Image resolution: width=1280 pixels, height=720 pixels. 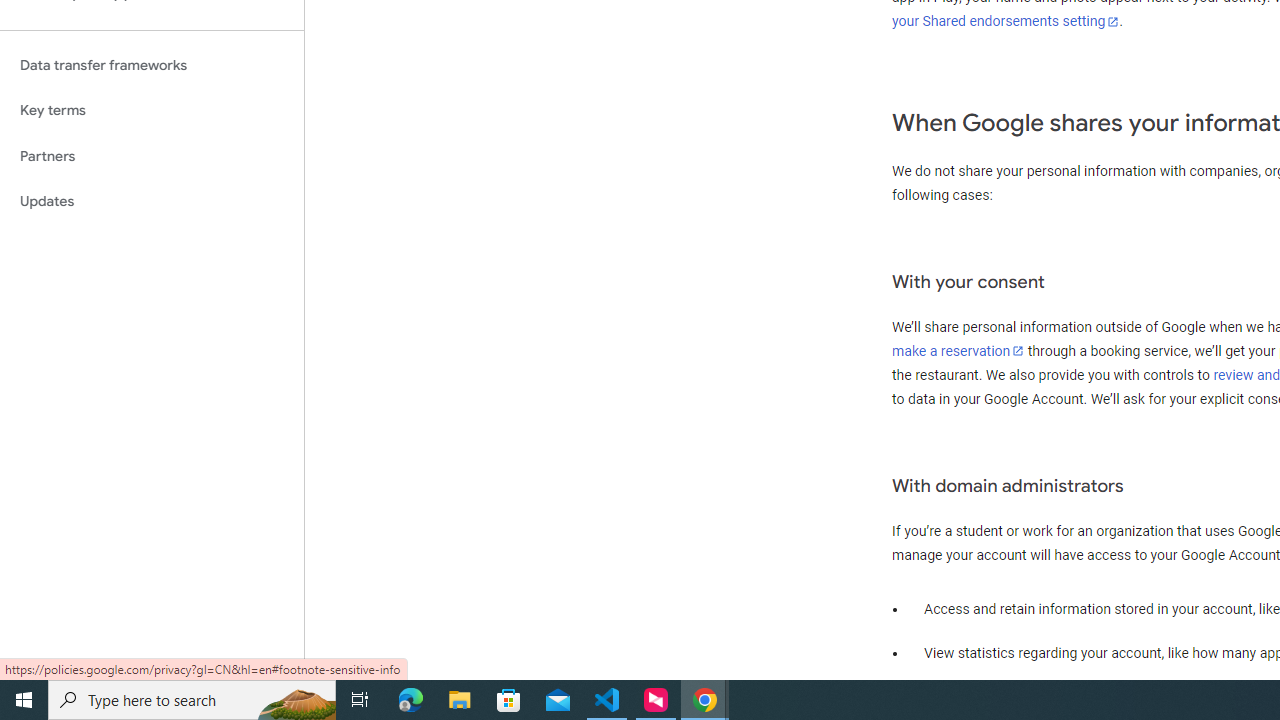 What do you see at coordinates (151, 155) in the screenshot?
I see `'Partners'` at bounding box center [151, 155].